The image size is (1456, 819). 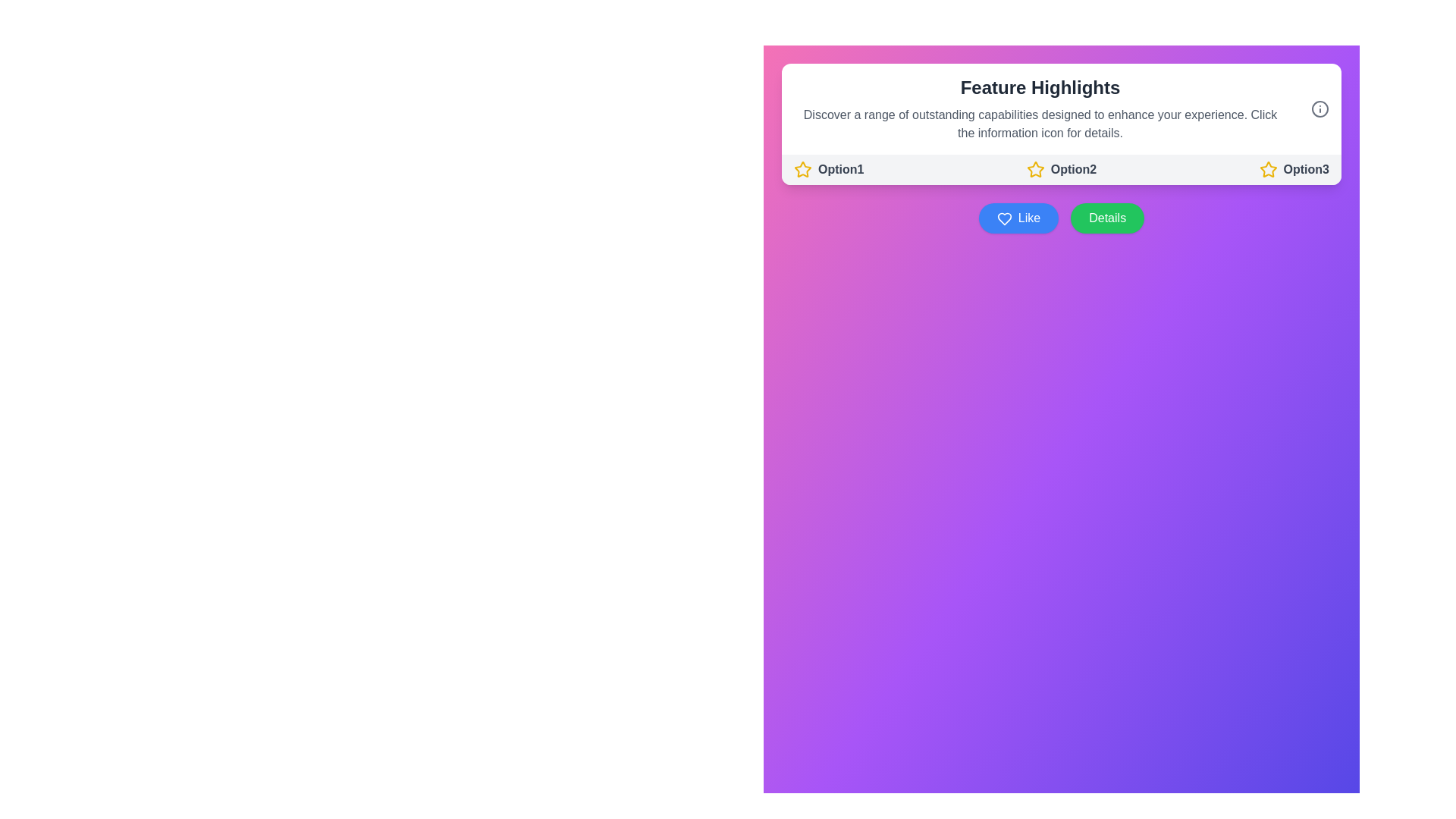 I want to click on the star icon associated with 'Option3', which denotes it as a favorite or highlighted option, so click(x=1268, y=169).